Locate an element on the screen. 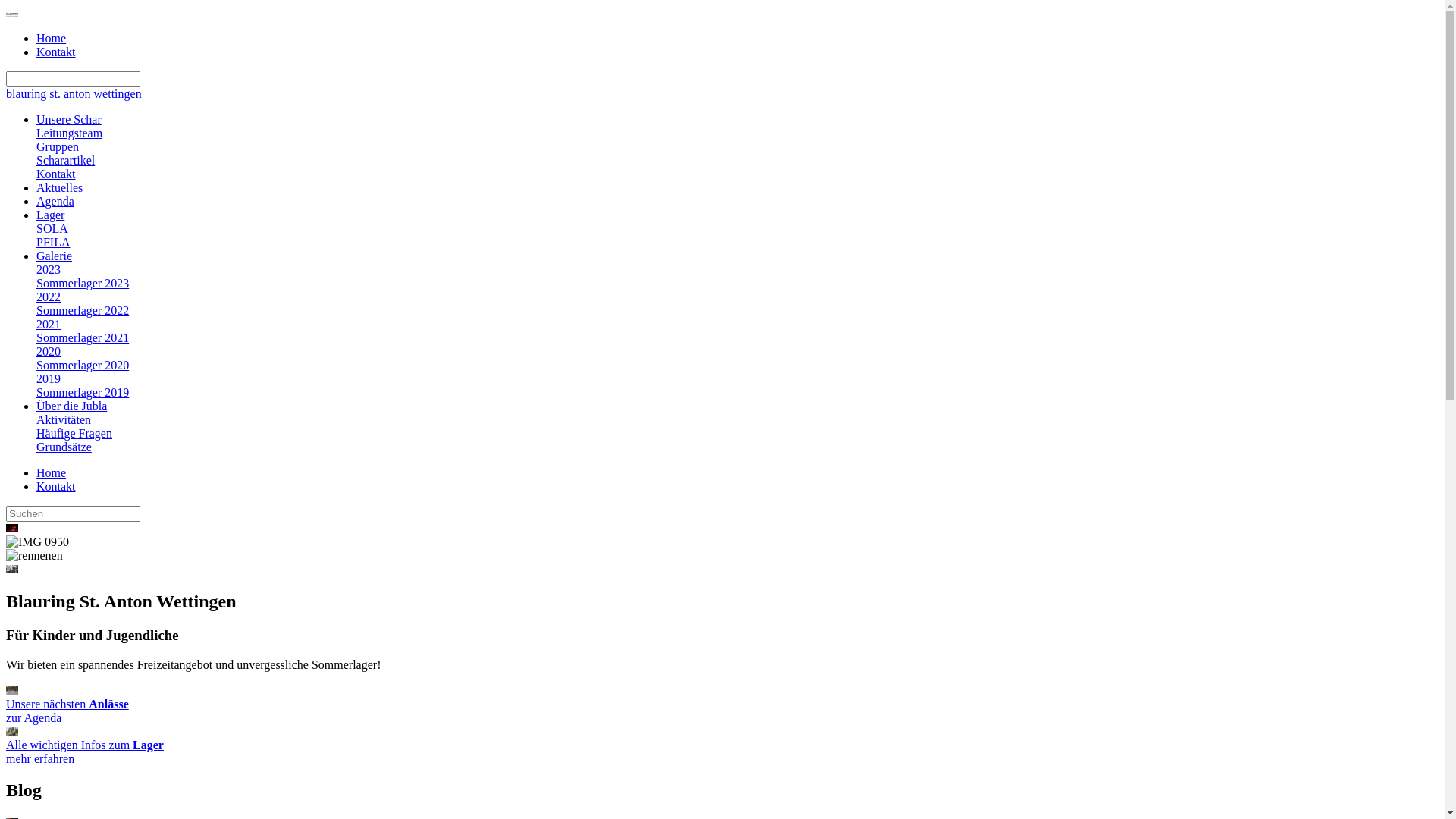 The image size is (1456, 819). '2021' is located at coordinates (48, 323).